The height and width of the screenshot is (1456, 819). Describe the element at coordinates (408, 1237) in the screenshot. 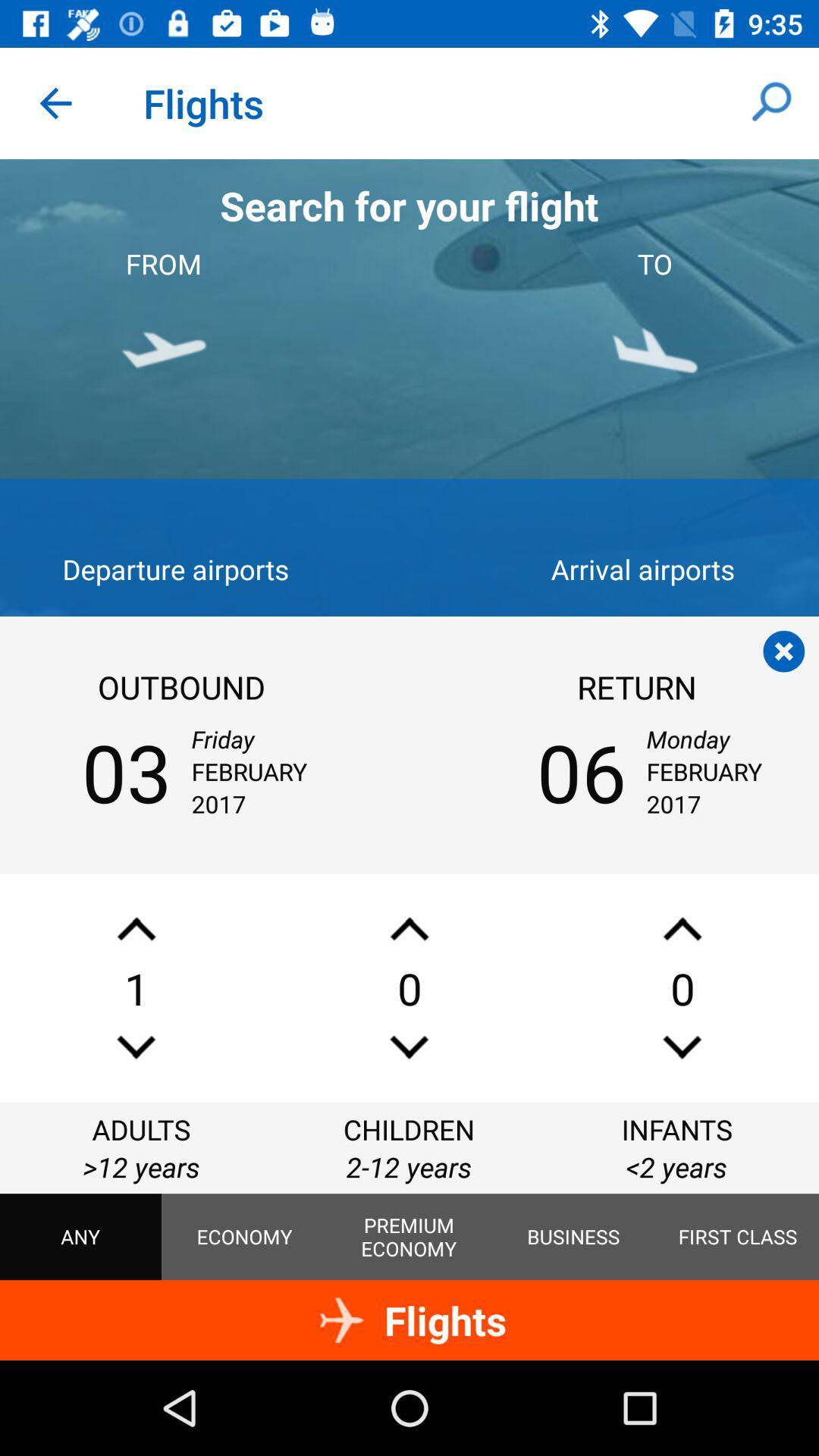

I see `the premium economy item` at that location.